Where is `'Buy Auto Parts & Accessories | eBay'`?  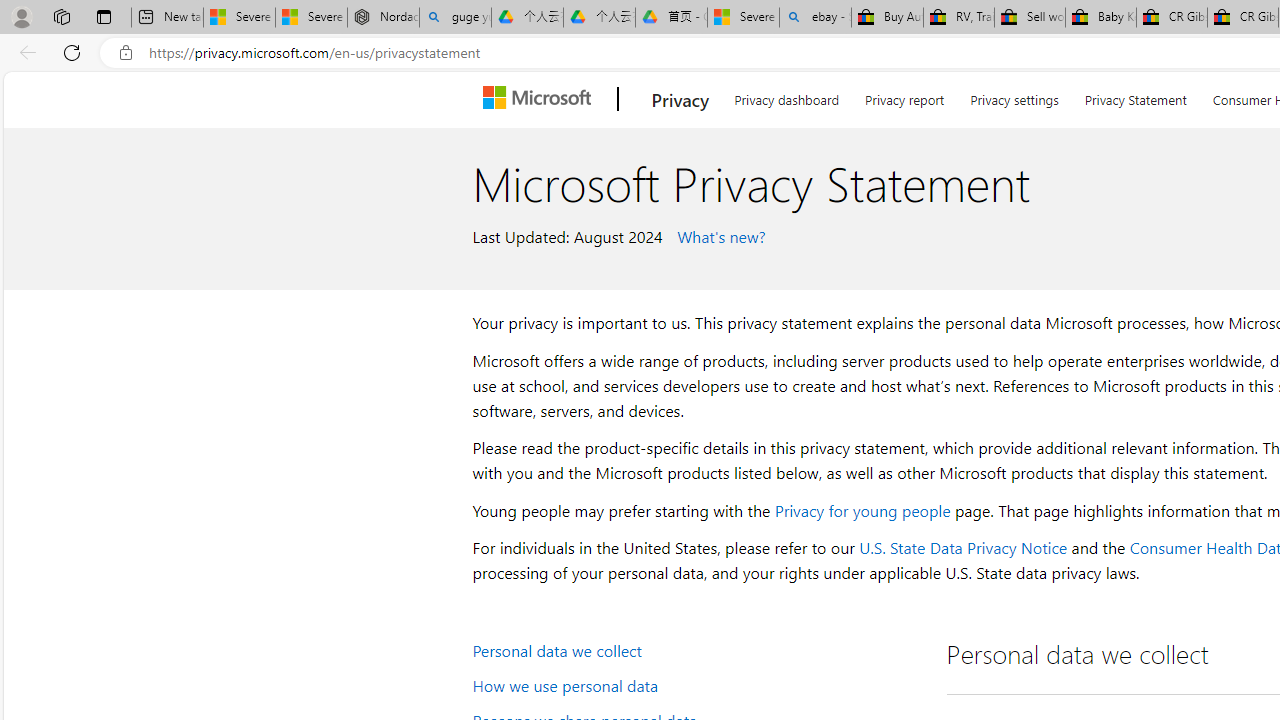
'Buy Auto Parts & Accessories | eBay' is located at coordinates (886, 17).